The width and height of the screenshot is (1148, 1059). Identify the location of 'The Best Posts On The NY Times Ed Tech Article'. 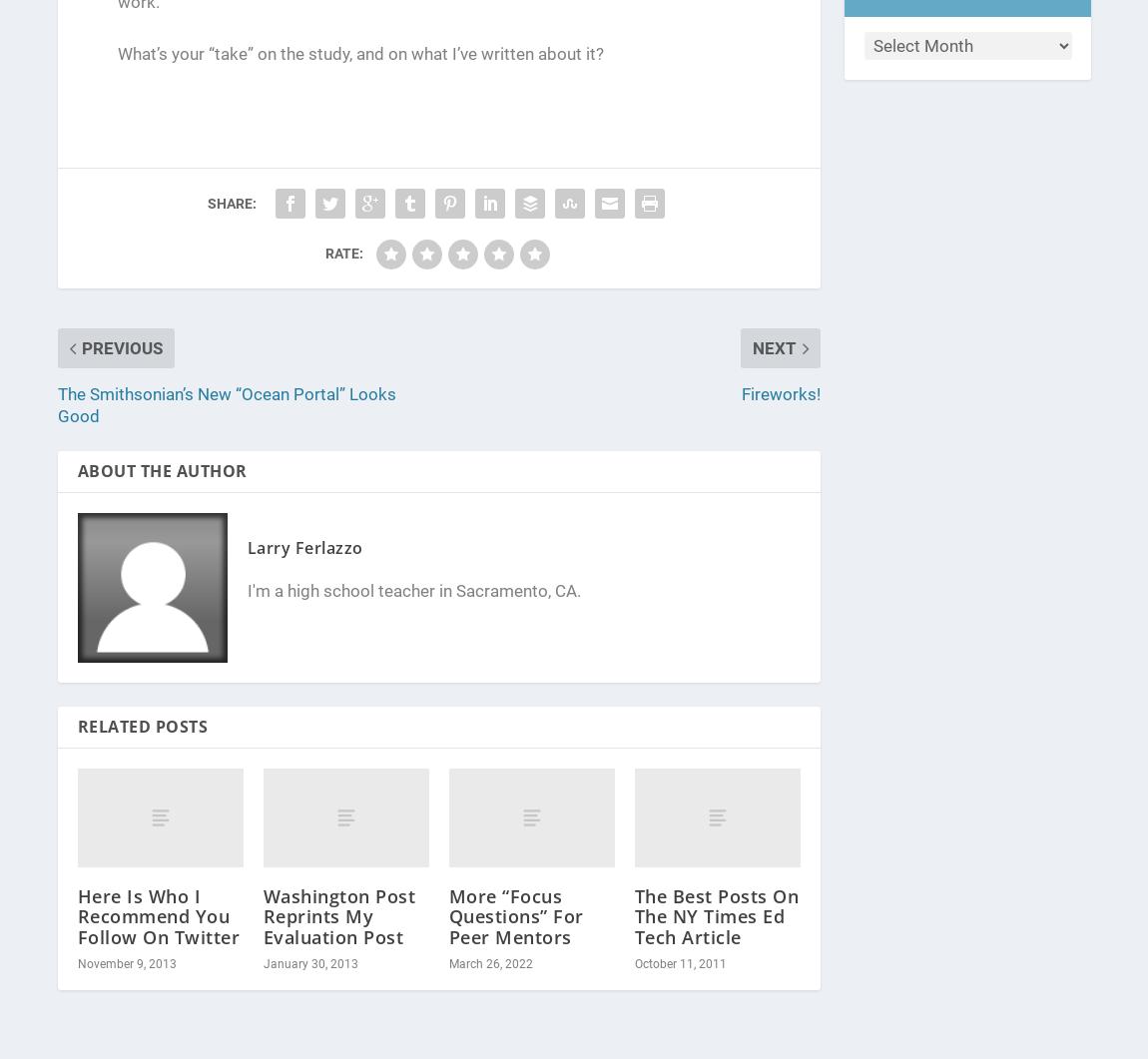
(715, 915).